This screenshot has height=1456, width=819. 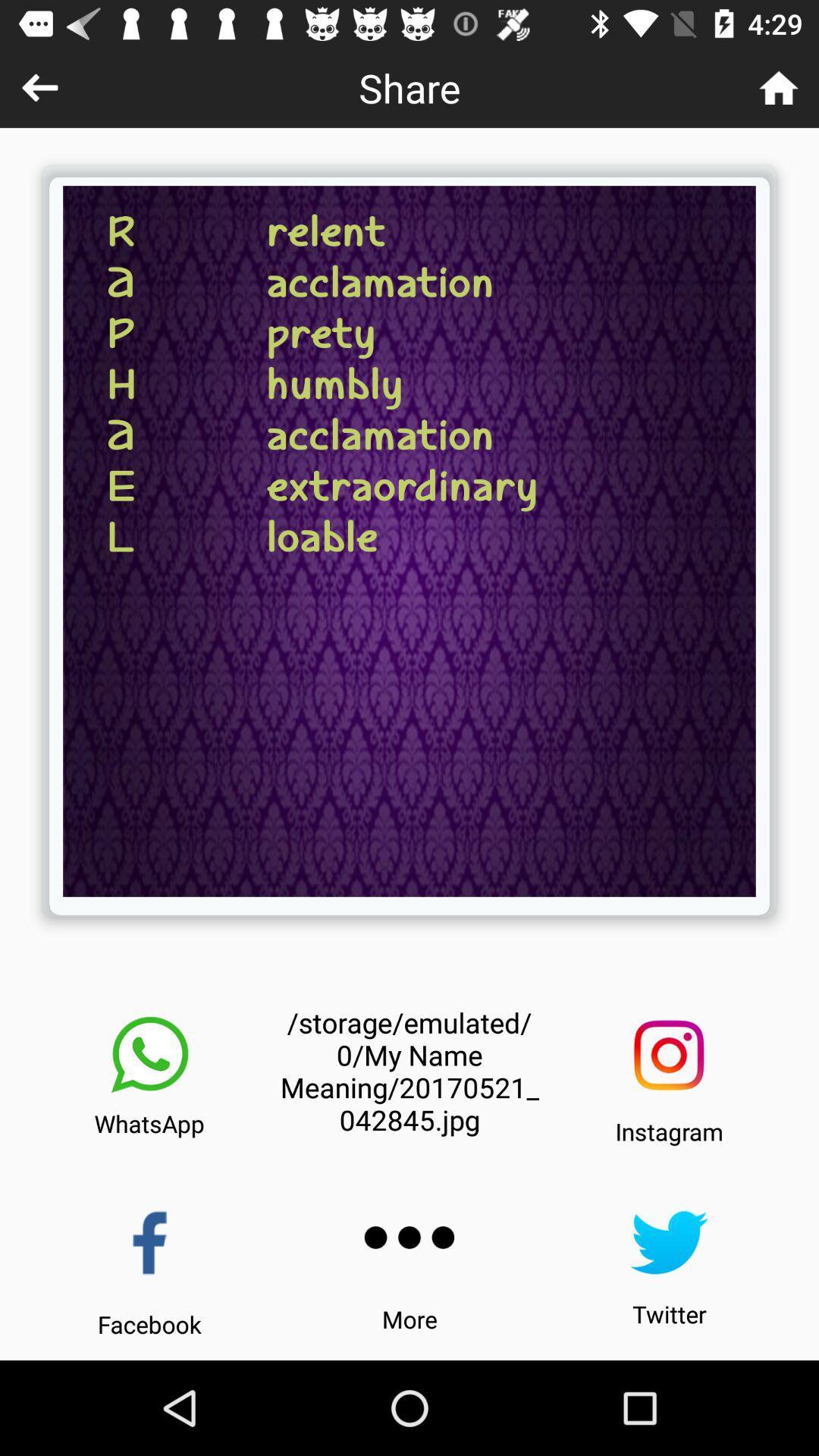 What do you see at coordinates (779, 86) in the screenshot?
I see `the icon to the right of share` at bounding box center [779, 86].